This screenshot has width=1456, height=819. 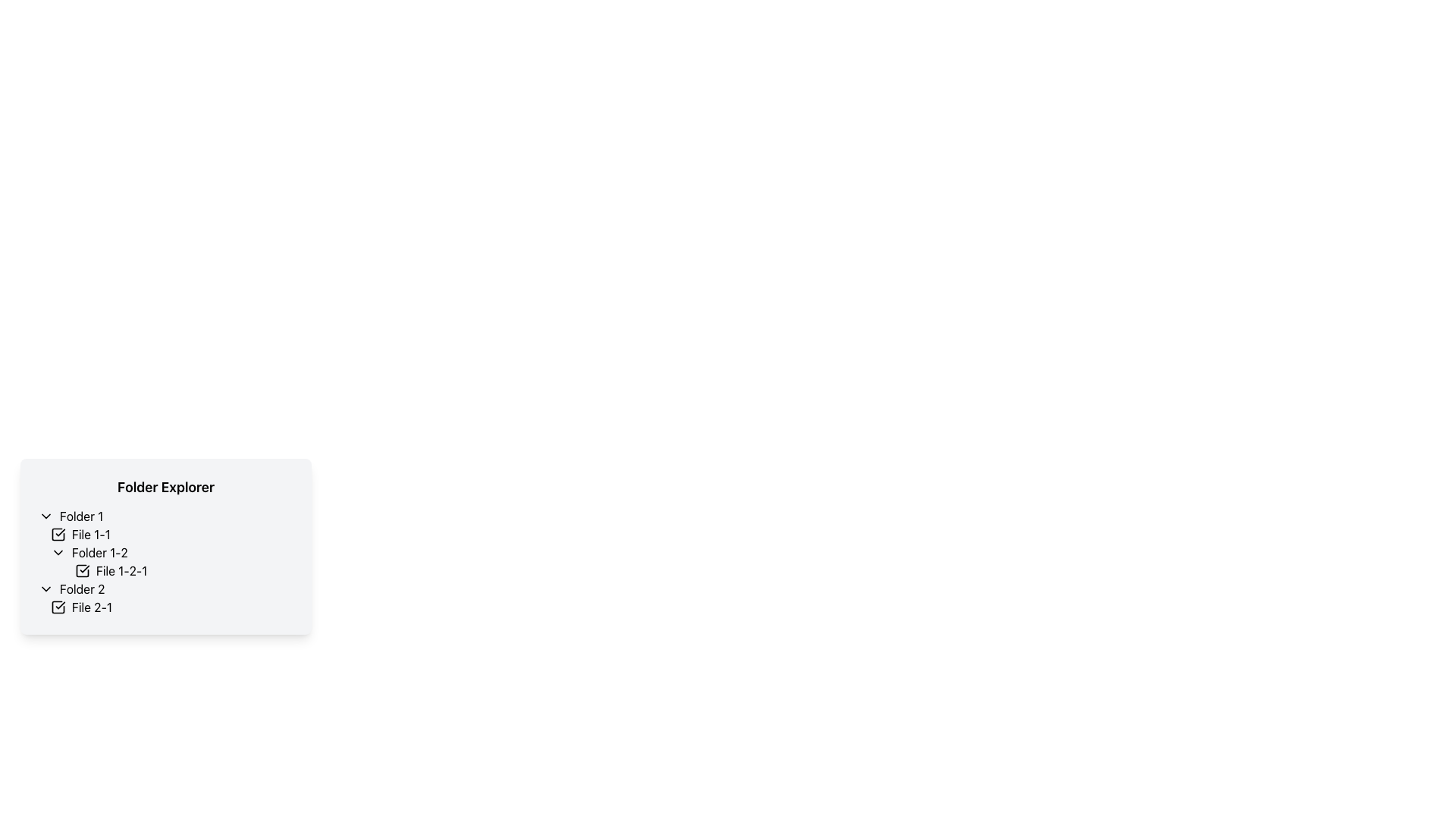 What do you see at coordinates (166, 488) in the screenshot?
I see `the content of the Text label that serves as the title of the folder explorer section, located at the top of the gray background box above the list of folders and files` at bounding box center [166, 488].